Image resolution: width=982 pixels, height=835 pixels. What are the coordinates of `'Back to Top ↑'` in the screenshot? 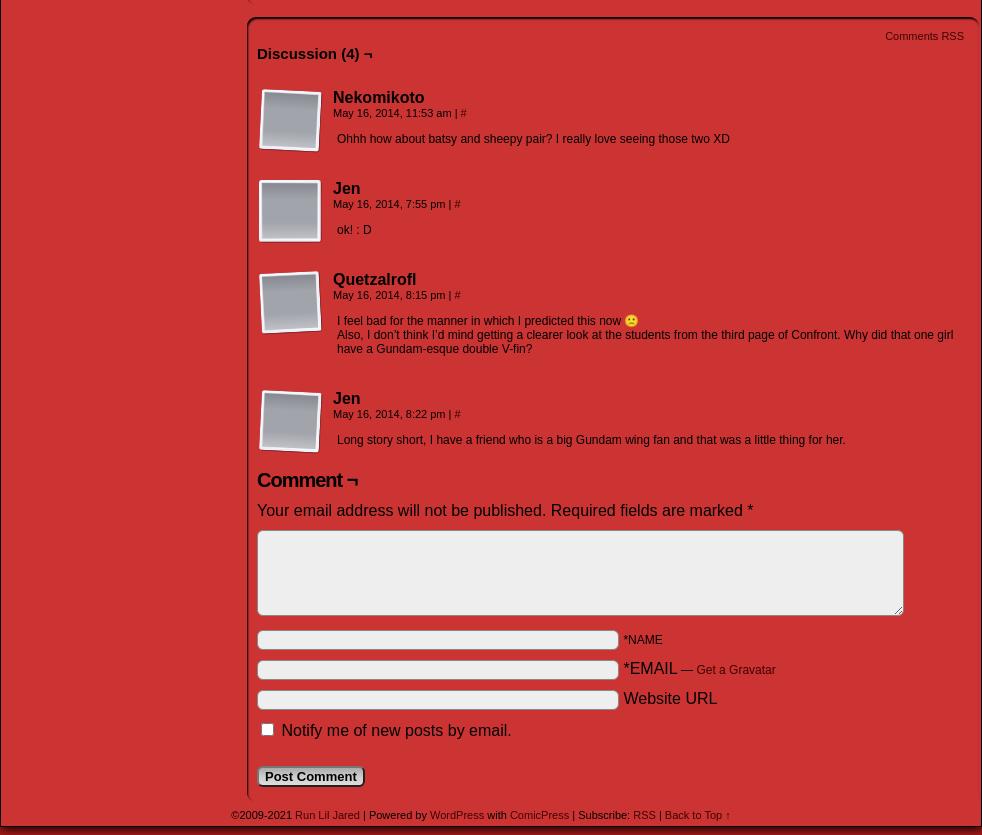 It's located at (696, 813).